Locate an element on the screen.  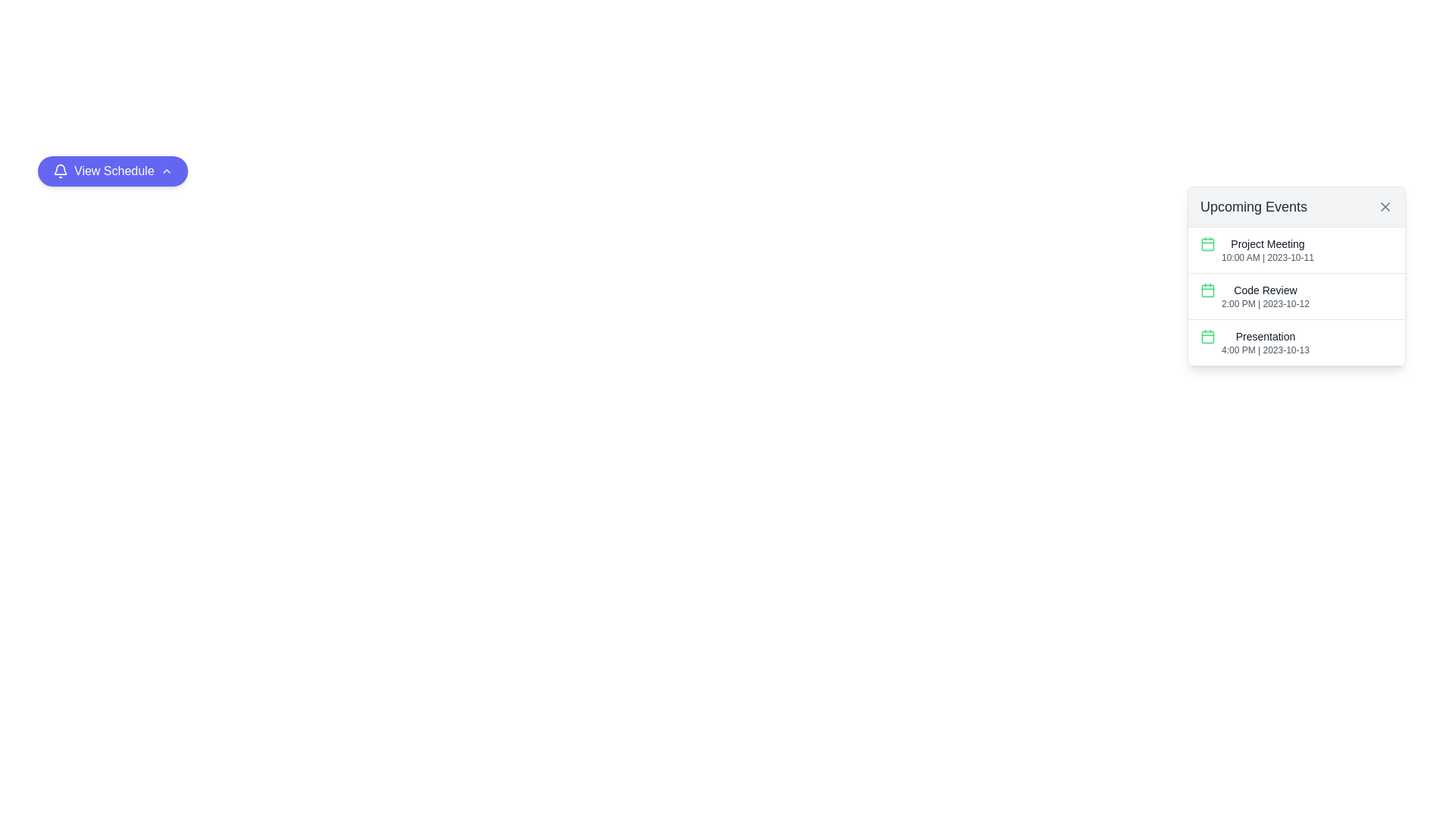
the icon representing the 'Presentation' event, located to the left of the 'Presentation' text in the 'Upcoming Events' panel is located at coordinates (1207, 335).